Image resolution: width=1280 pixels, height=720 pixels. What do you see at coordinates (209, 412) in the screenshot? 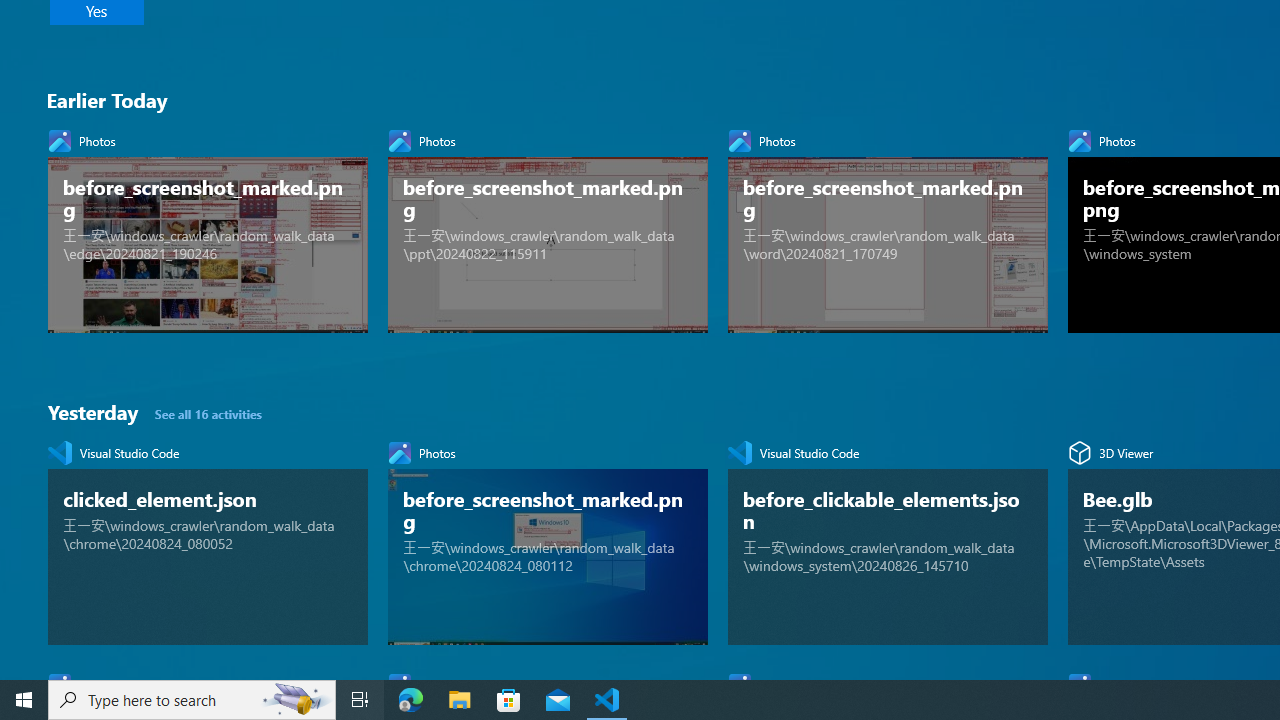
I see `'See all 16 activities'` at bounding box center [209, 412].